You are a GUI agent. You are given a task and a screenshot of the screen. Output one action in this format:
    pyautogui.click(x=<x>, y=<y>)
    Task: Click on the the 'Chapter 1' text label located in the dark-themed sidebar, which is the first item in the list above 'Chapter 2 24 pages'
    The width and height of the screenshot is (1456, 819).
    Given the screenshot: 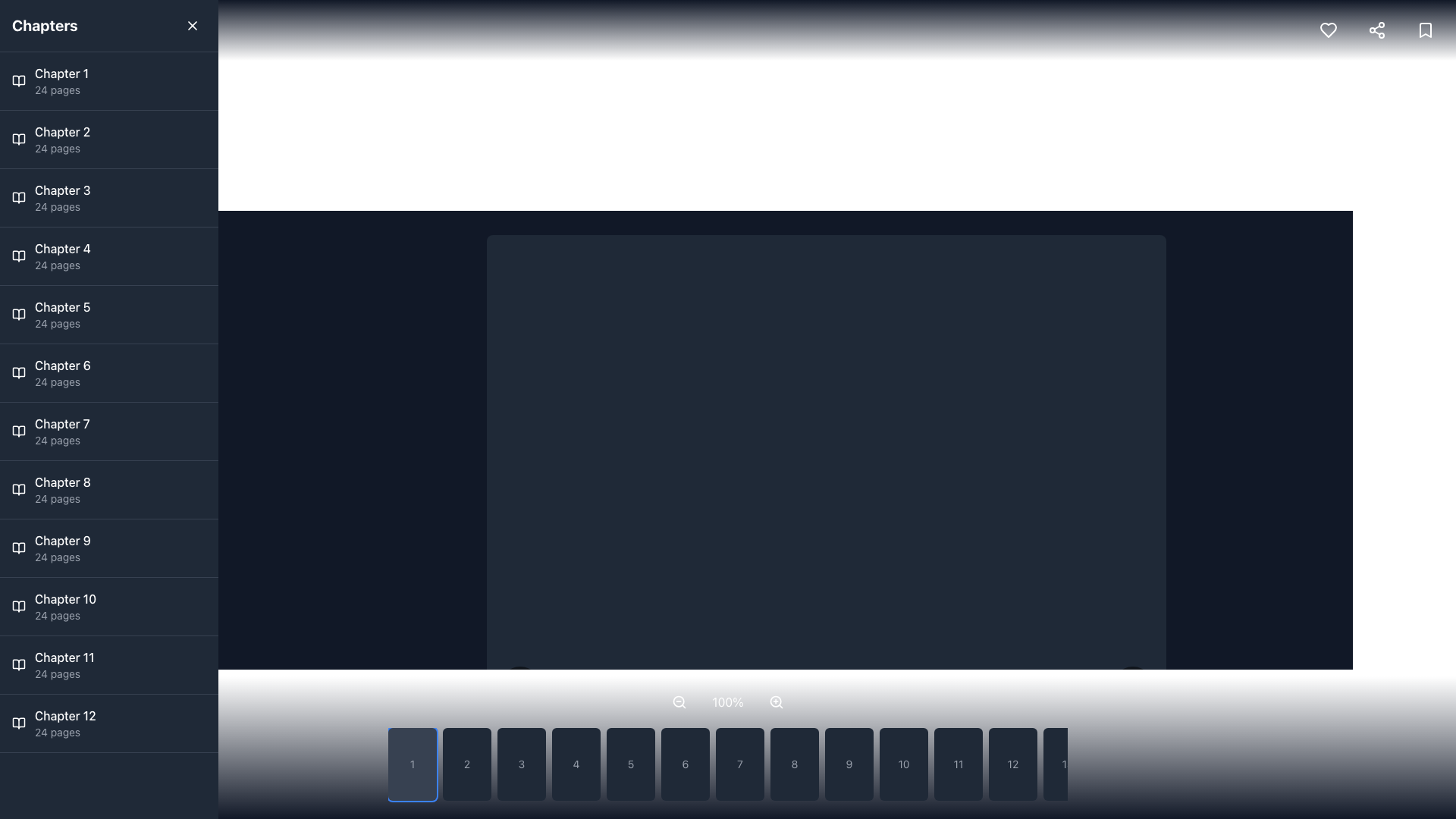 What is the action you would take?
    pyautogui.click(x=61, y=73)
    